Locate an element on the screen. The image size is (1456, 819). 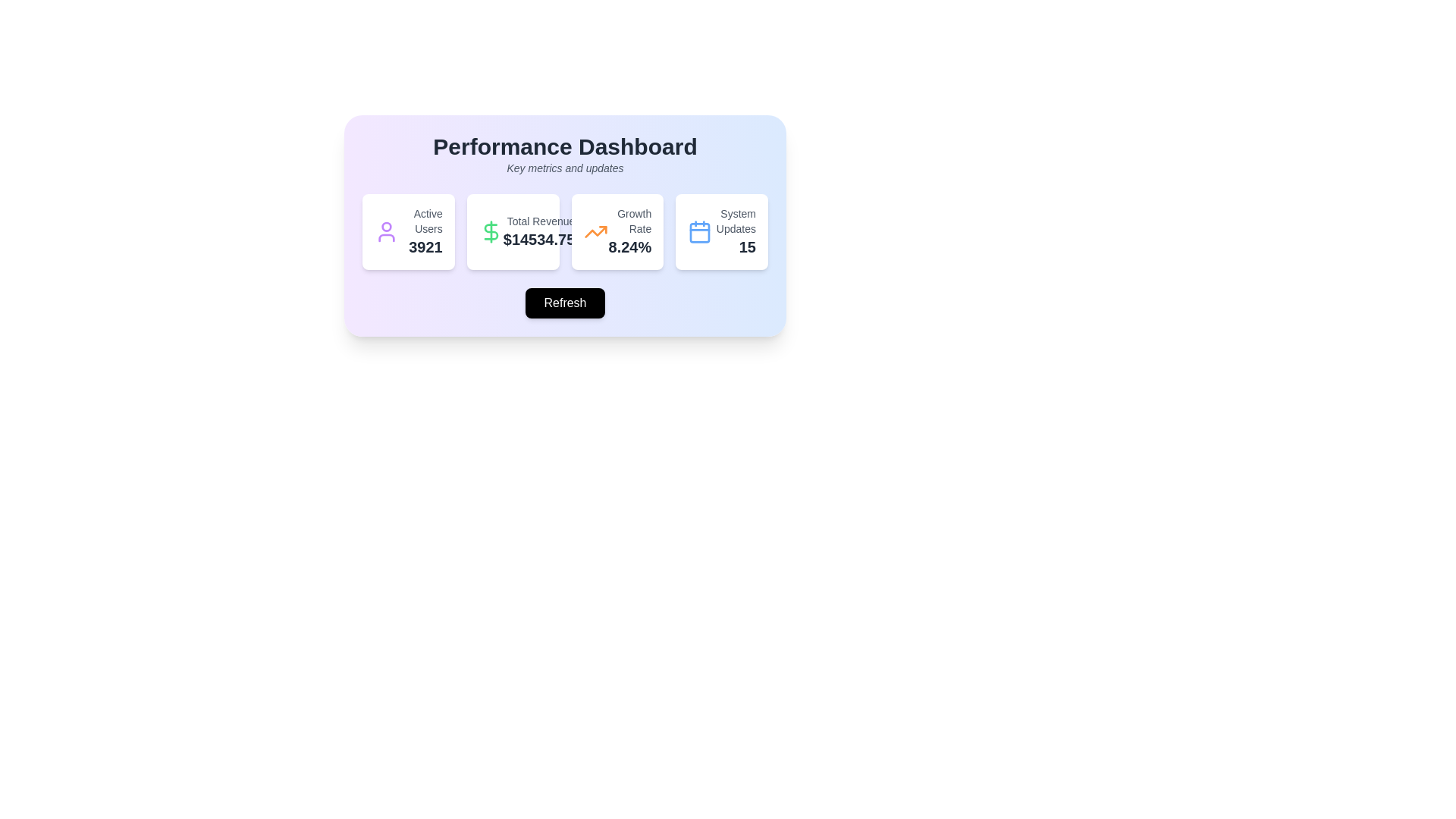
the text display element that shows the summary or count of available system updates, located on the far right of a horizontal row of components, next to a blue calendar icon is located at coordinates (734, 231).